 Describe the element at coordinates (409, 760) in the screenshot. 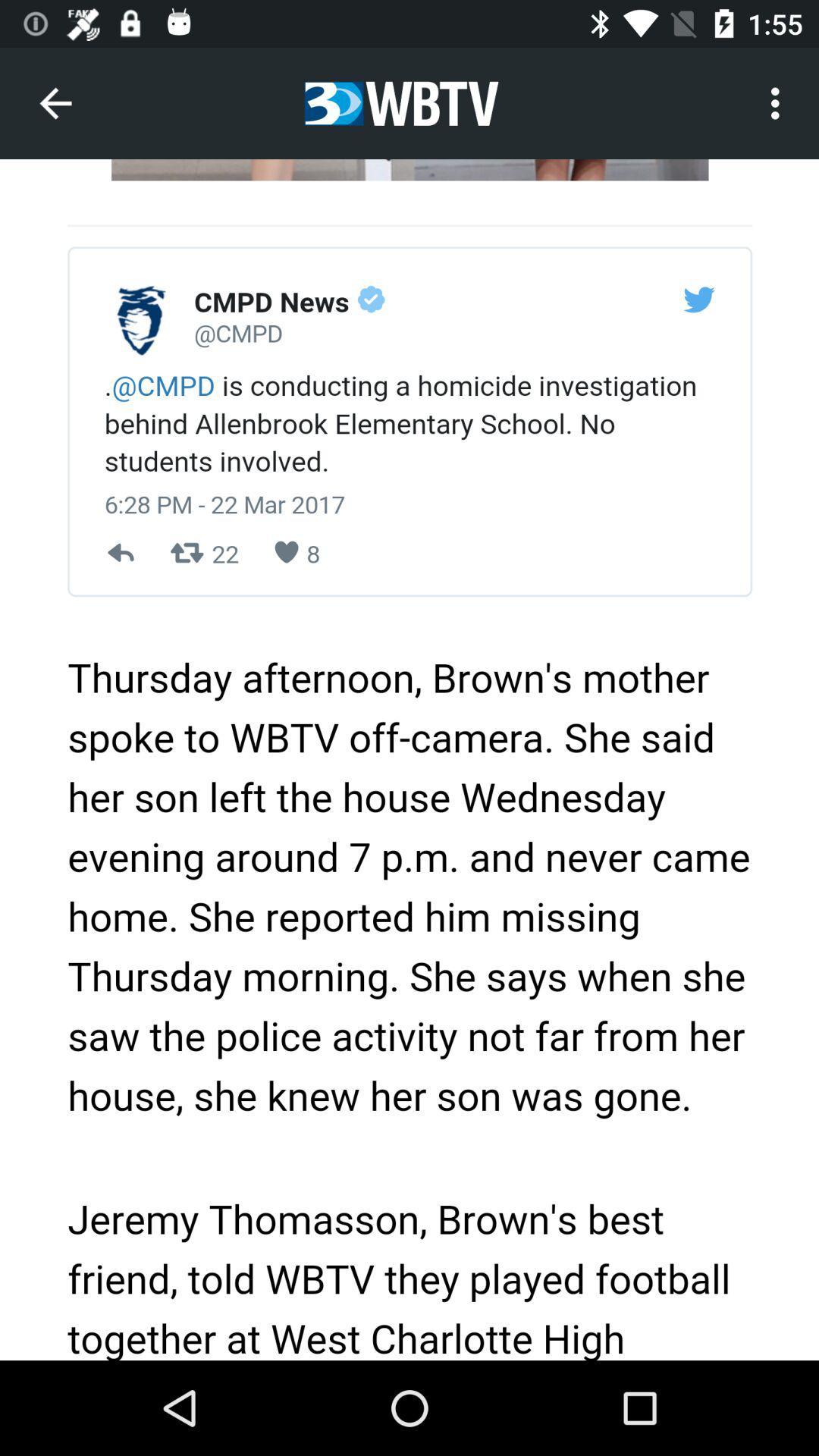

I see `colour pinter` at that location.